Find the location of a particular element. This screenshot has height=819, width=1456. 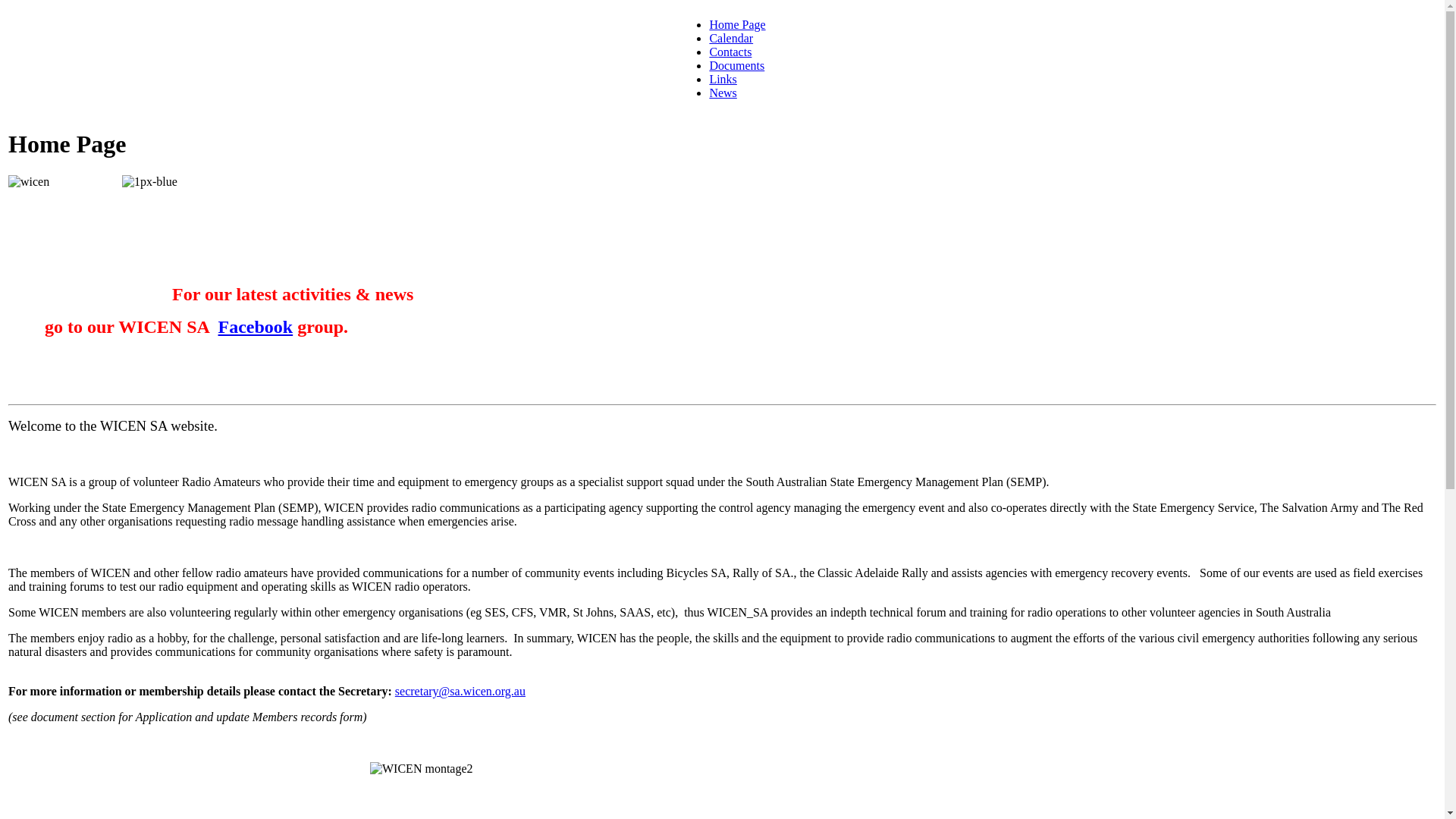

'Contacts' is located at coordinates (730, 51).